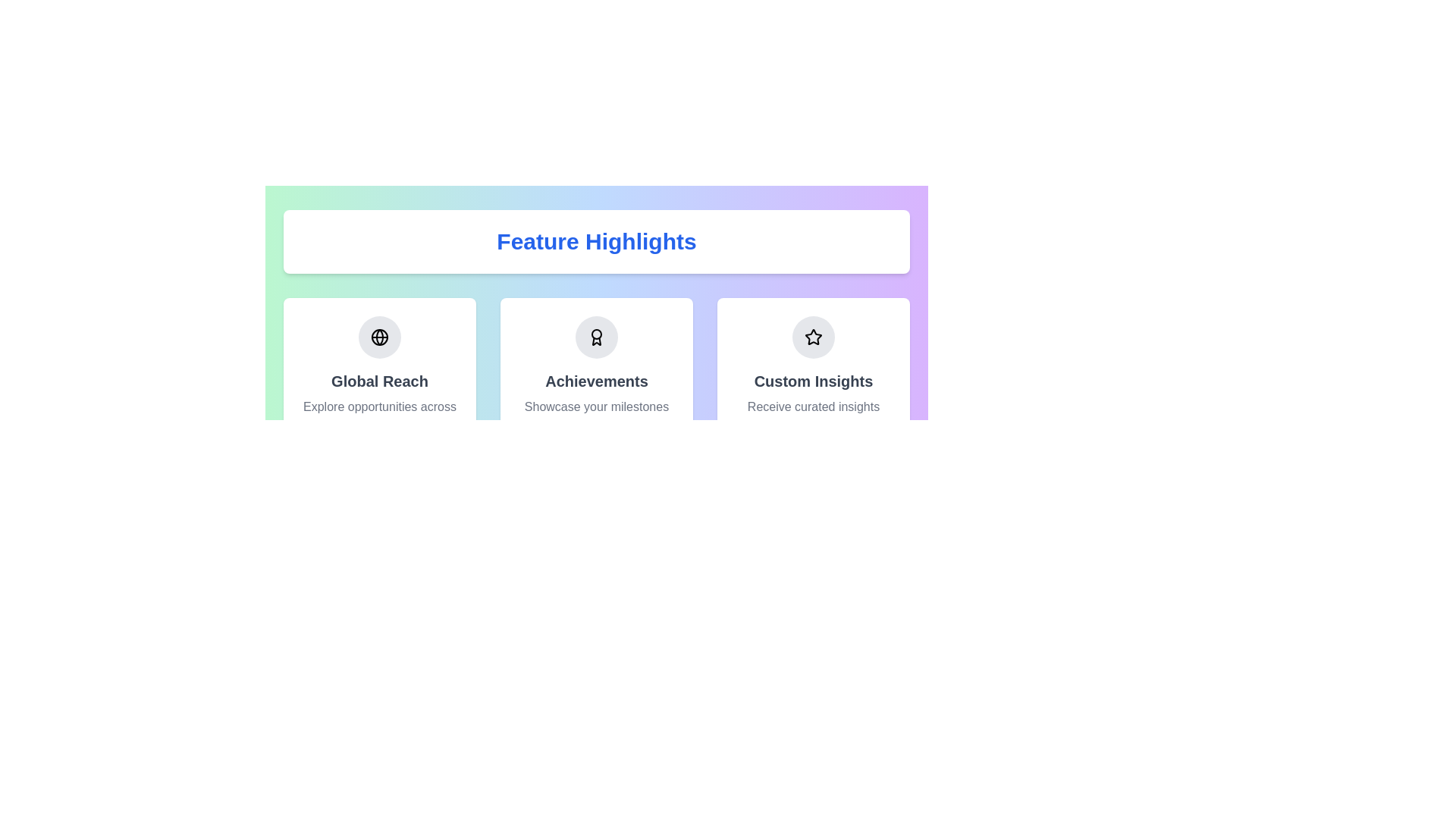 The height and width of the screenshot is (819, 1456). I want to click on the icon located centrally above the 'Global Reach' card in the 'Feature Highlights' section of the interface, so click(379, 336).